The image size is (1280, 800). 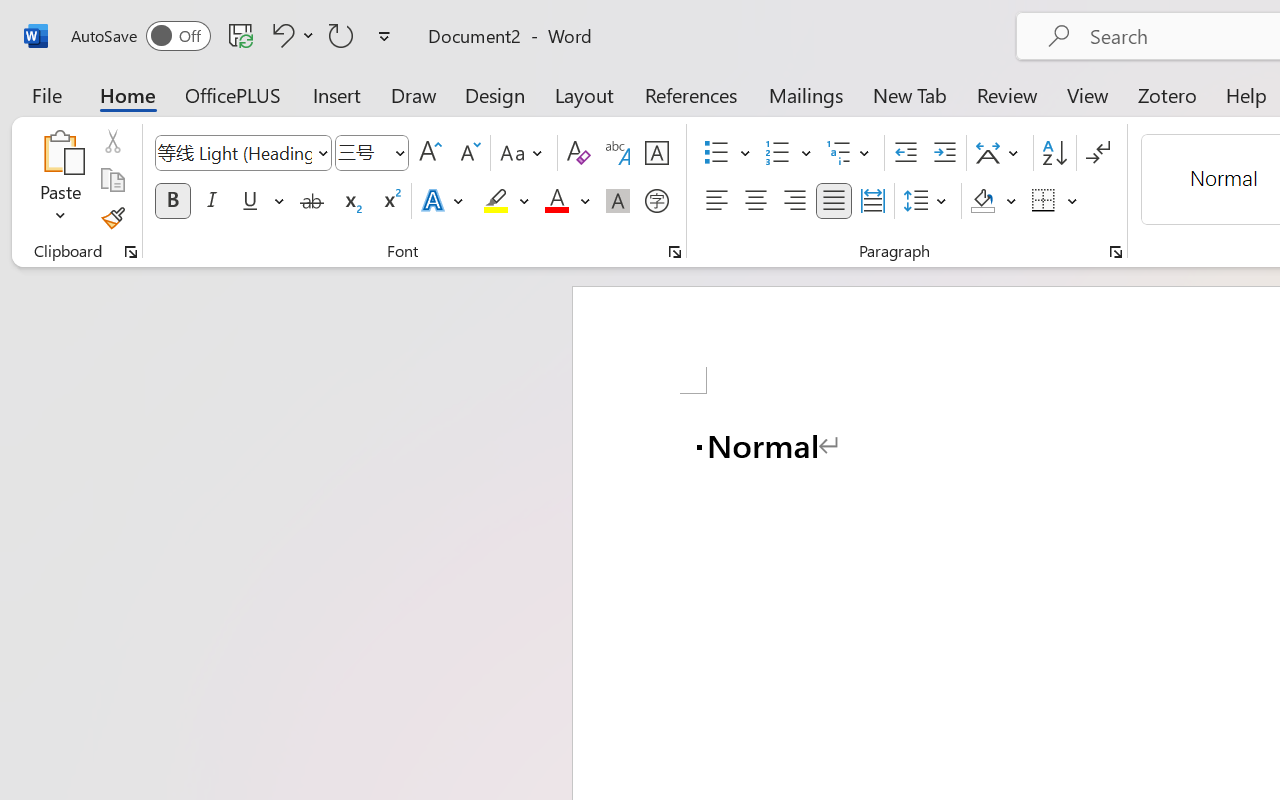 What do you see at coordinates (311, 201) in the screenshot?
I see `'Strikethrough'` at bounding box center [311, 201].